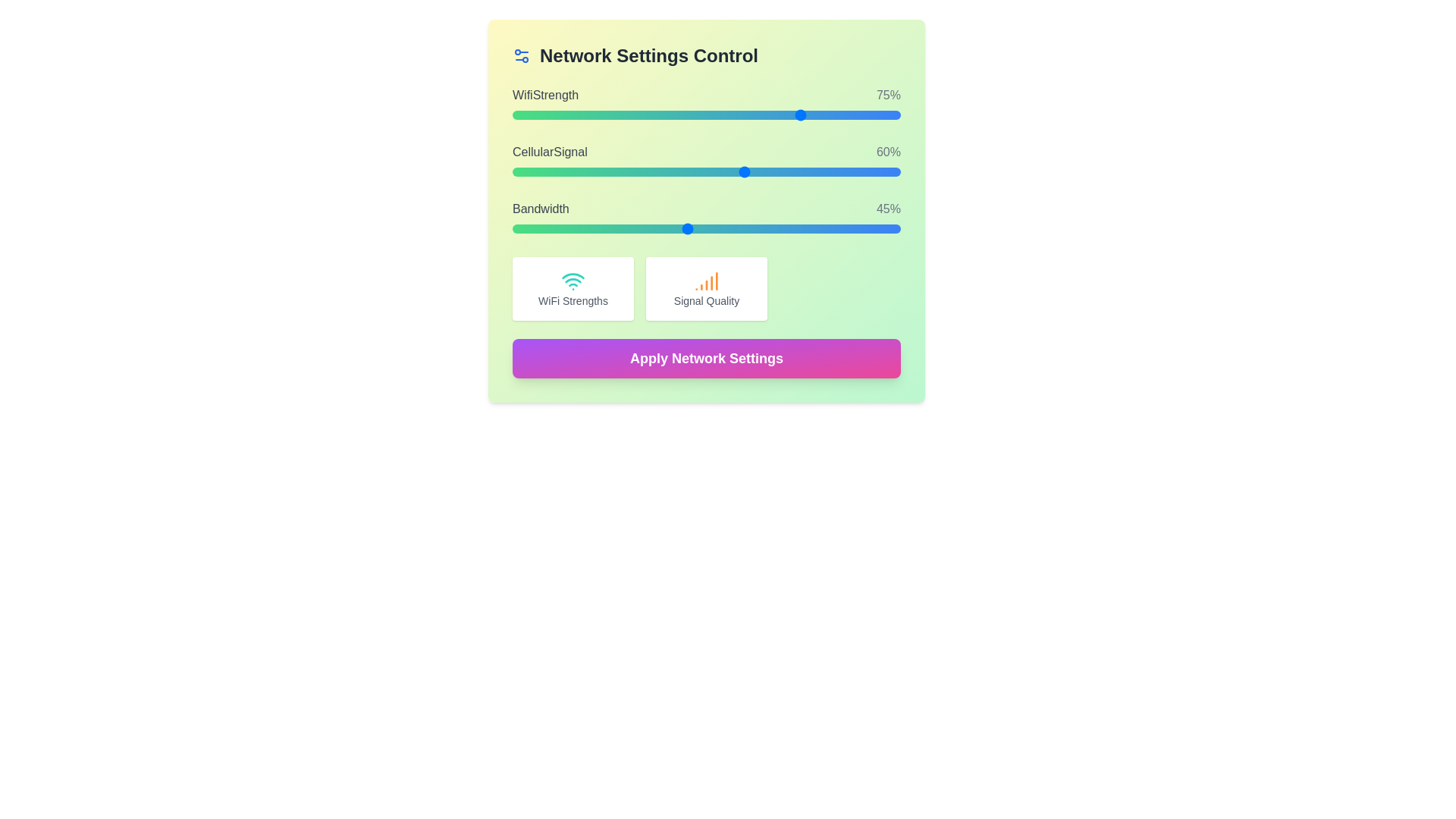  I want to click on the Cellular Signal slider, so click(562, 171).